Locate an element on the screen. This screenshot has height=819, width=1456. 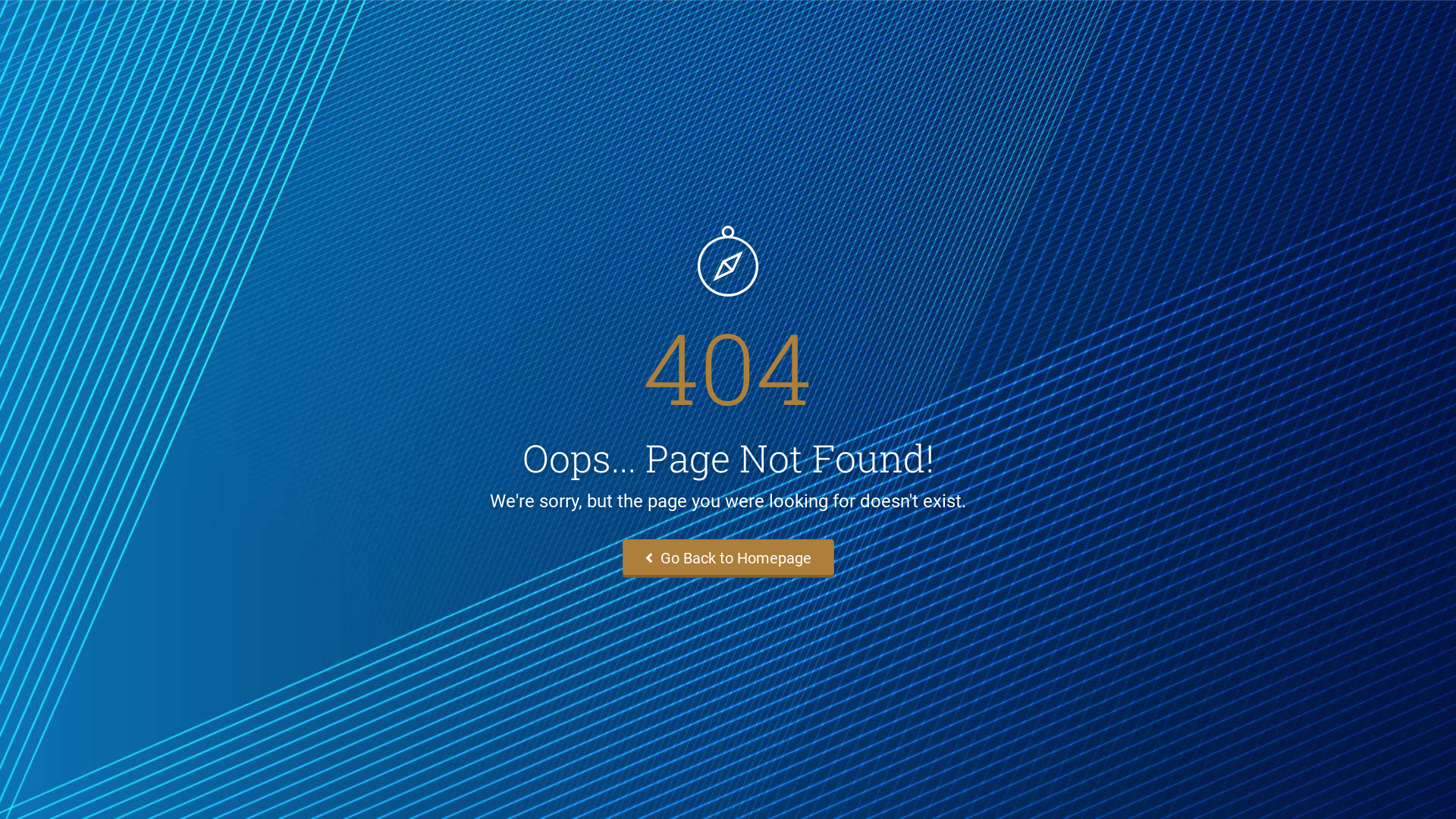
'Go Back to Homepage' is located at coordinates (726, 558).